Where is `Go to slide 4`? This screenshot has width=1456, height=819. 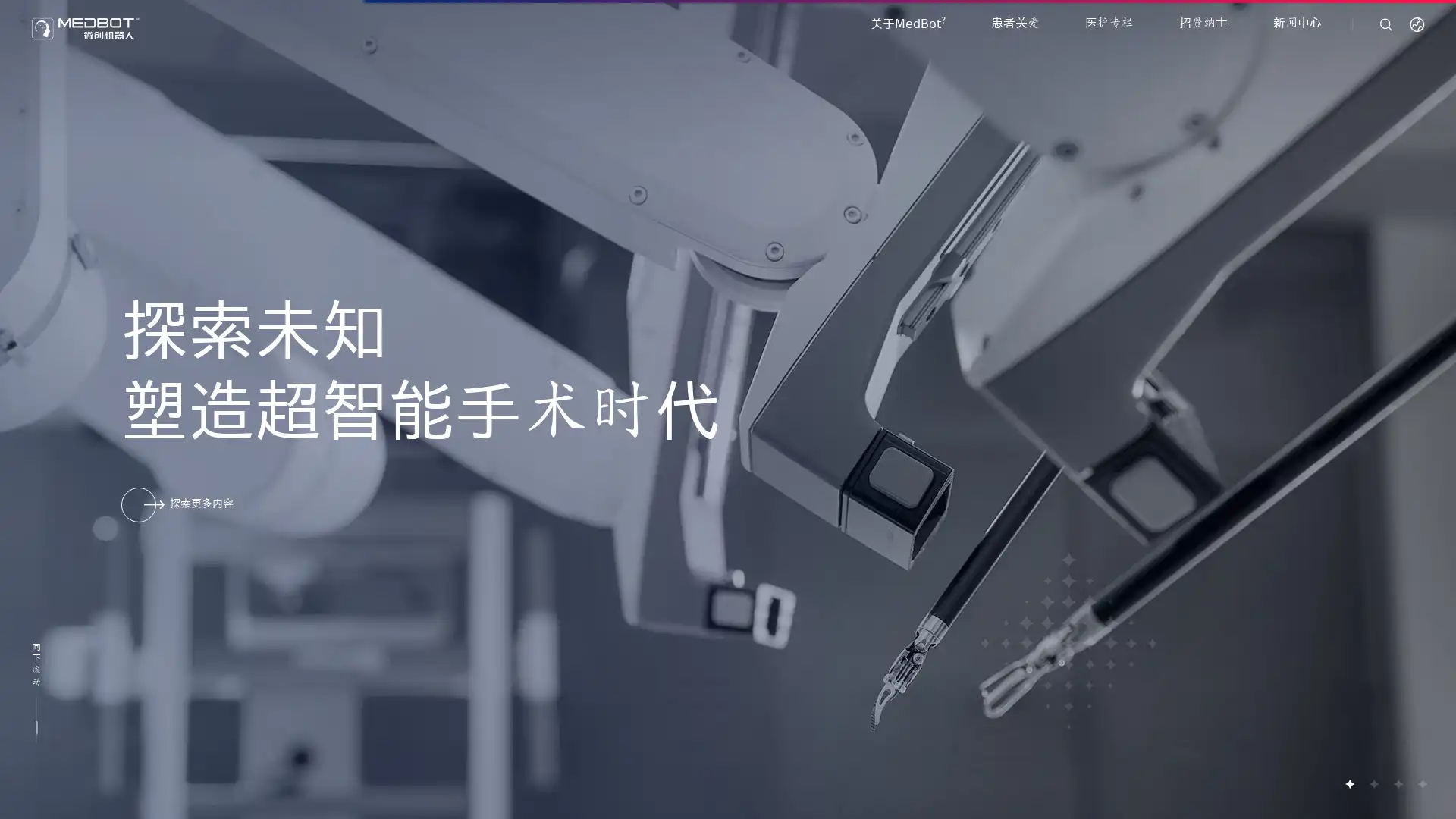
Go to slide 4 is located at coordinates (1421, 783).